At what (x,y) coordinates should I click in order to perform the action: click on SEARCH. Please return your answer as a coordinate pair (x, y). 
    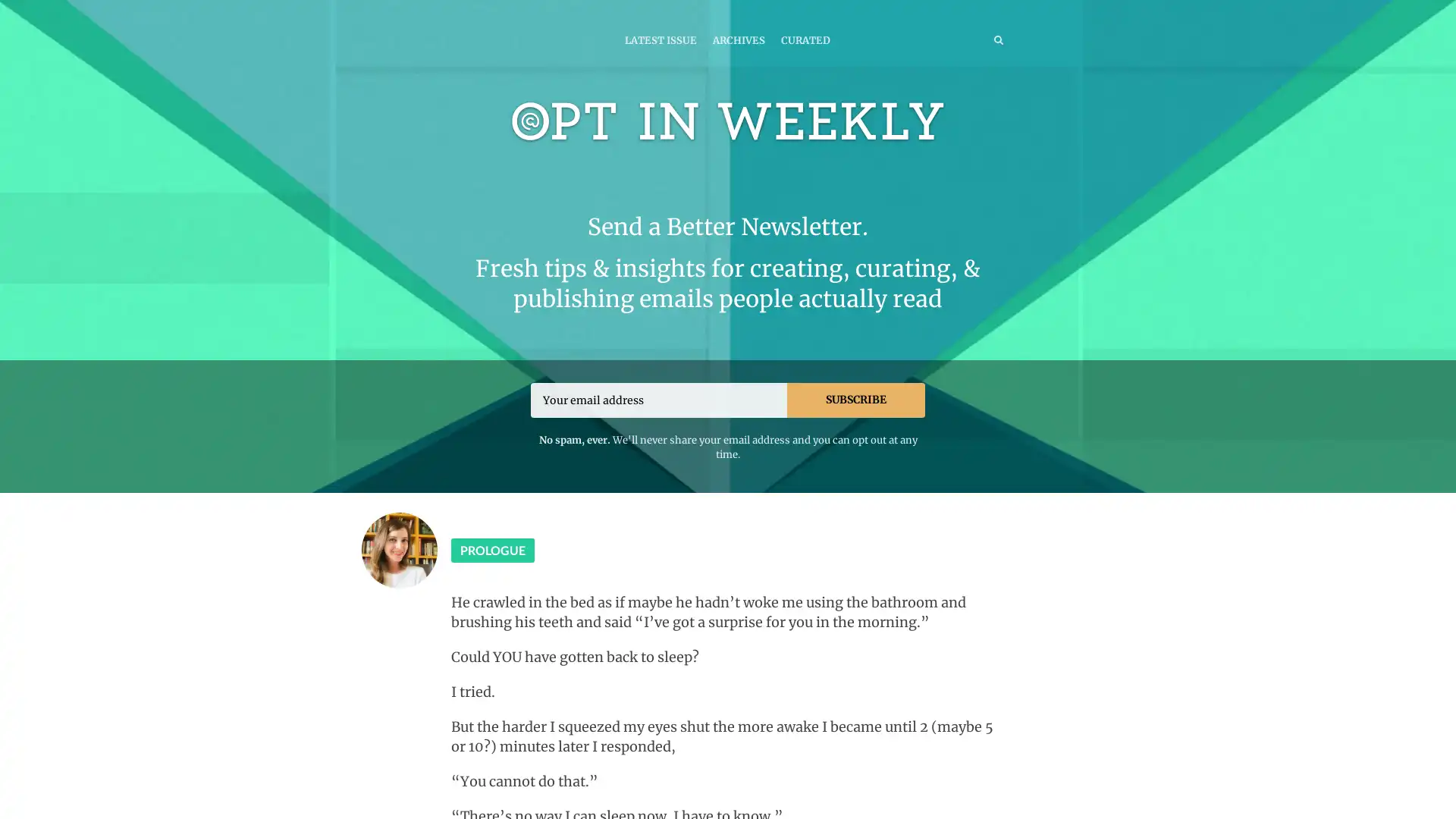
    Looking at the image, I should click on (966, 39).